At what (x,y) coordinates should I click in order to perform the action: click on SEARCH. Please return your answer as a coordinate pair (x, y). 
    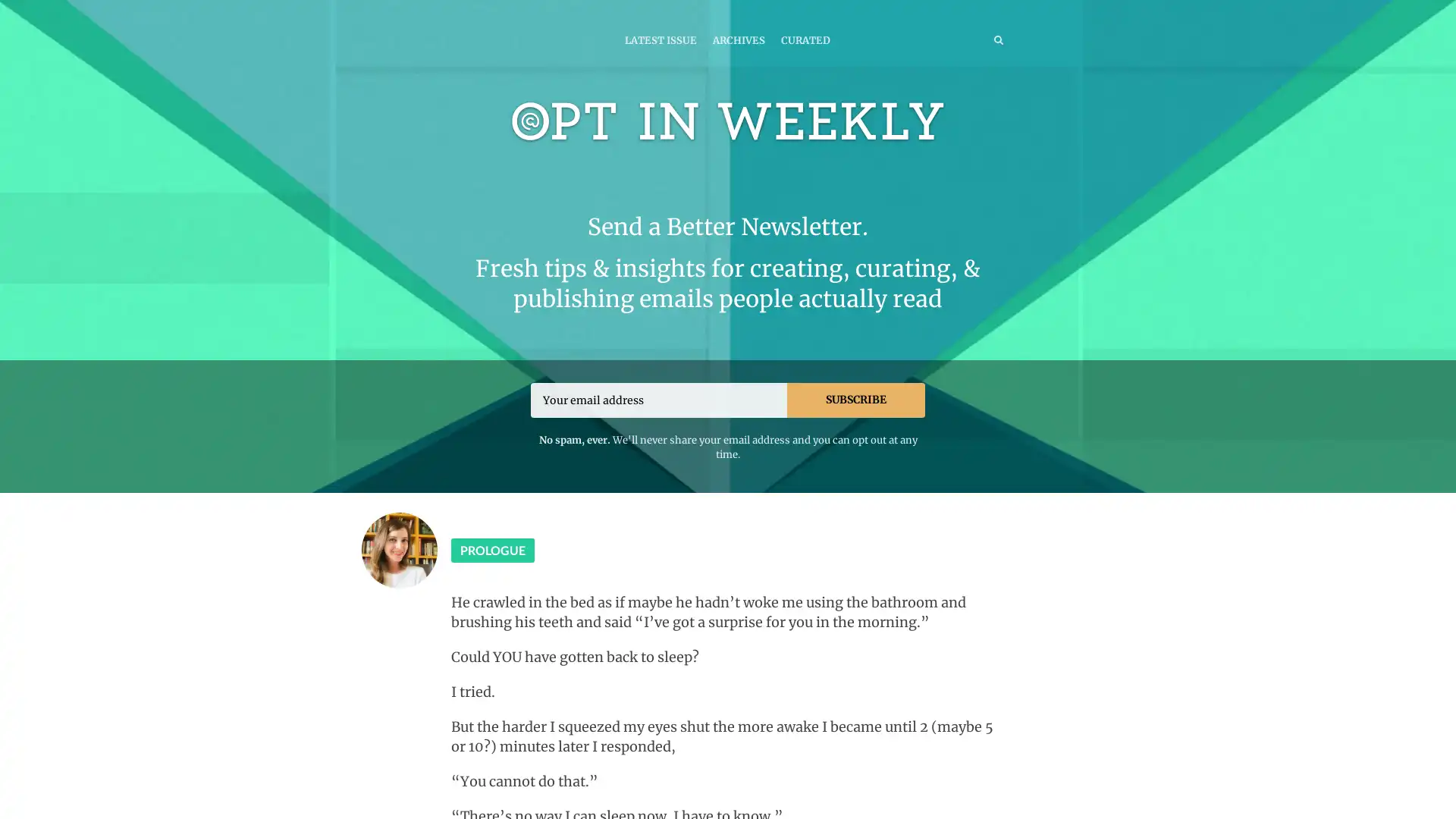
    Looking at the image, I should click on (966, 39).